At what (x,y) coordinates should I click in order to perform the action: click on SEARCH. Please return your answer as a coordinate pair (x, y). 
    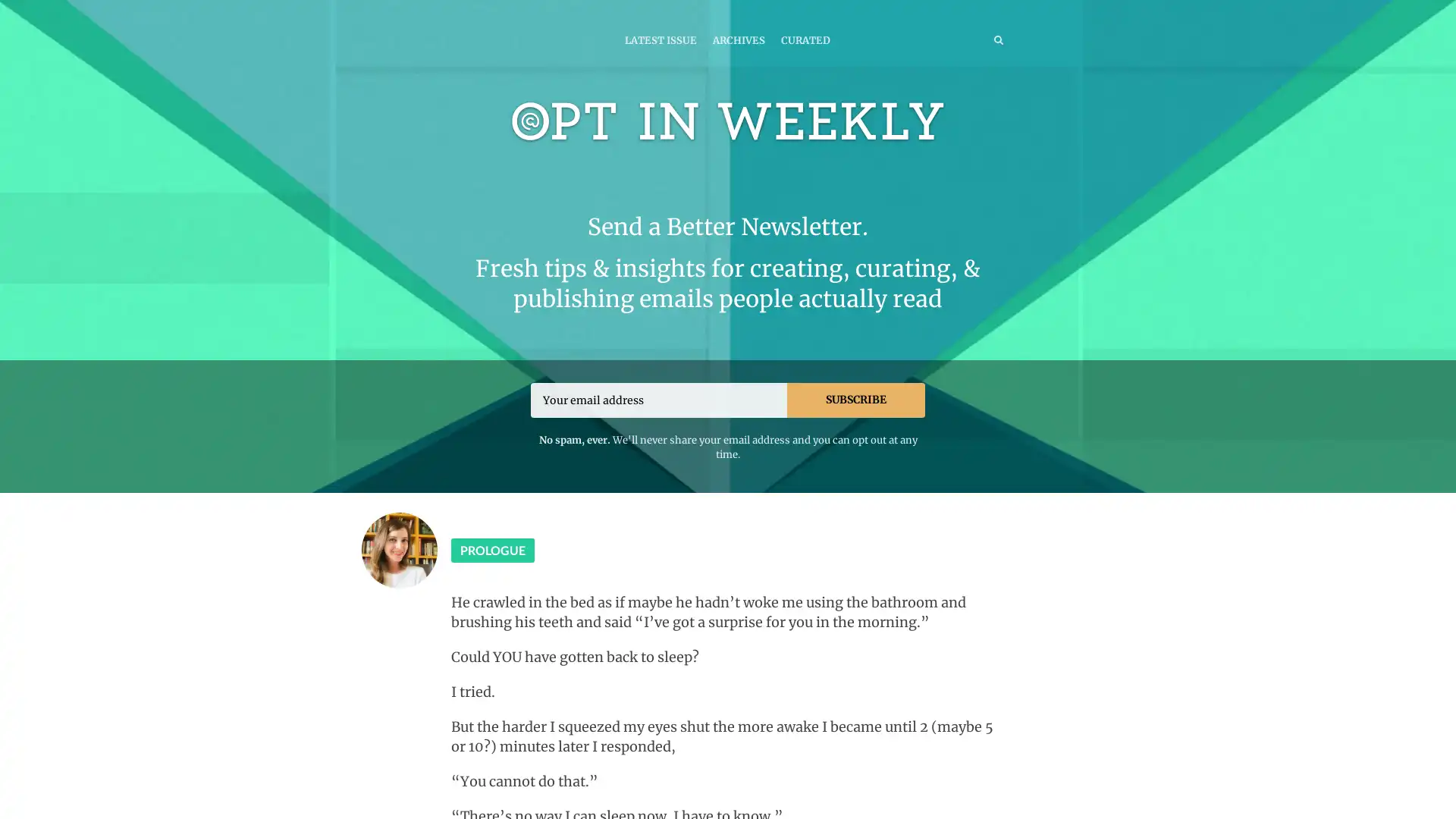
    Looking at the image, I should click on (966, 39).